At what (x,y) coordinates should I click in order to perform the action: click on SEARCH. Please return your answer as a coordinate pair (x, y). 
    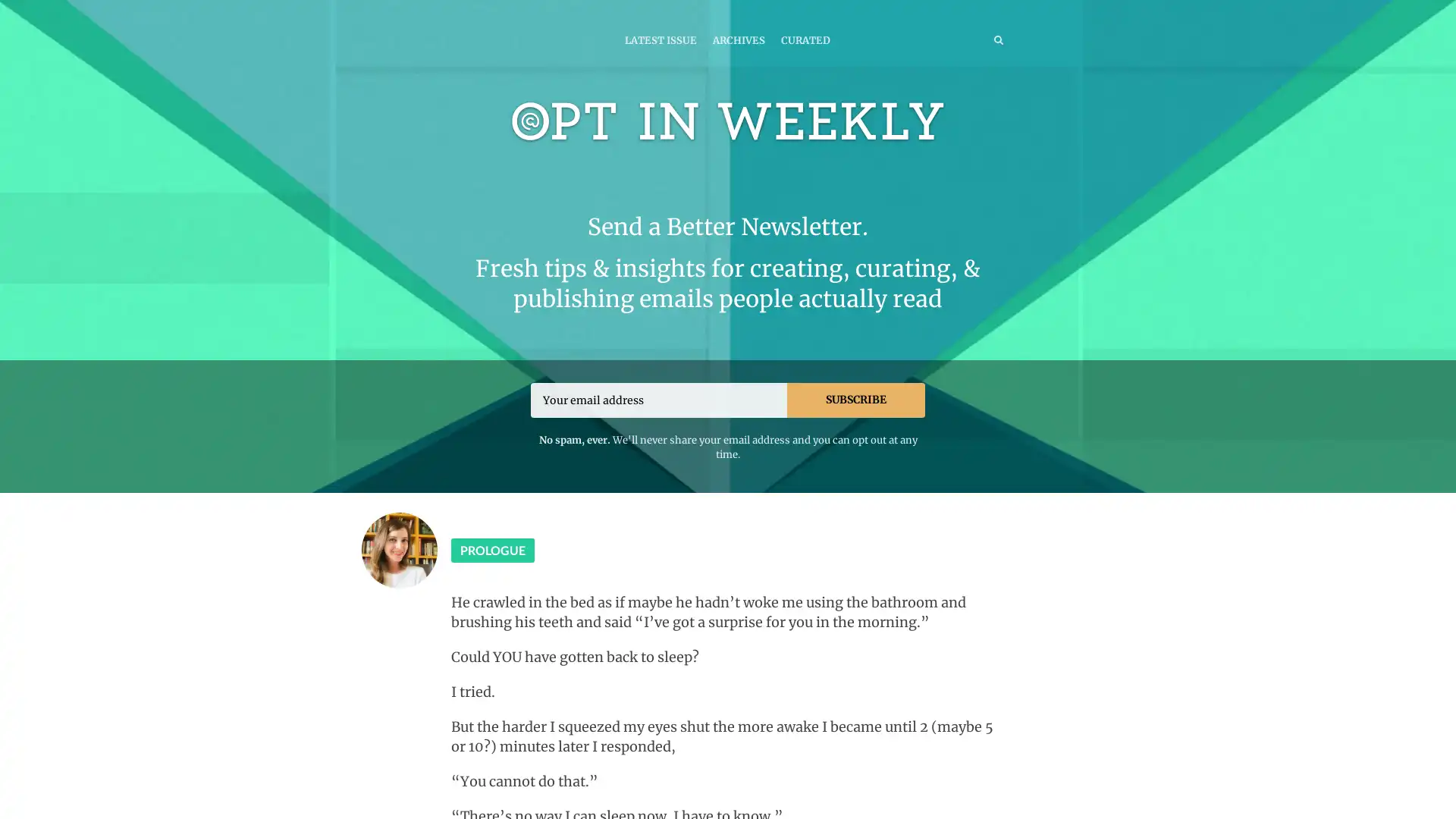
    Looking at the image, I should click on (966, 39).